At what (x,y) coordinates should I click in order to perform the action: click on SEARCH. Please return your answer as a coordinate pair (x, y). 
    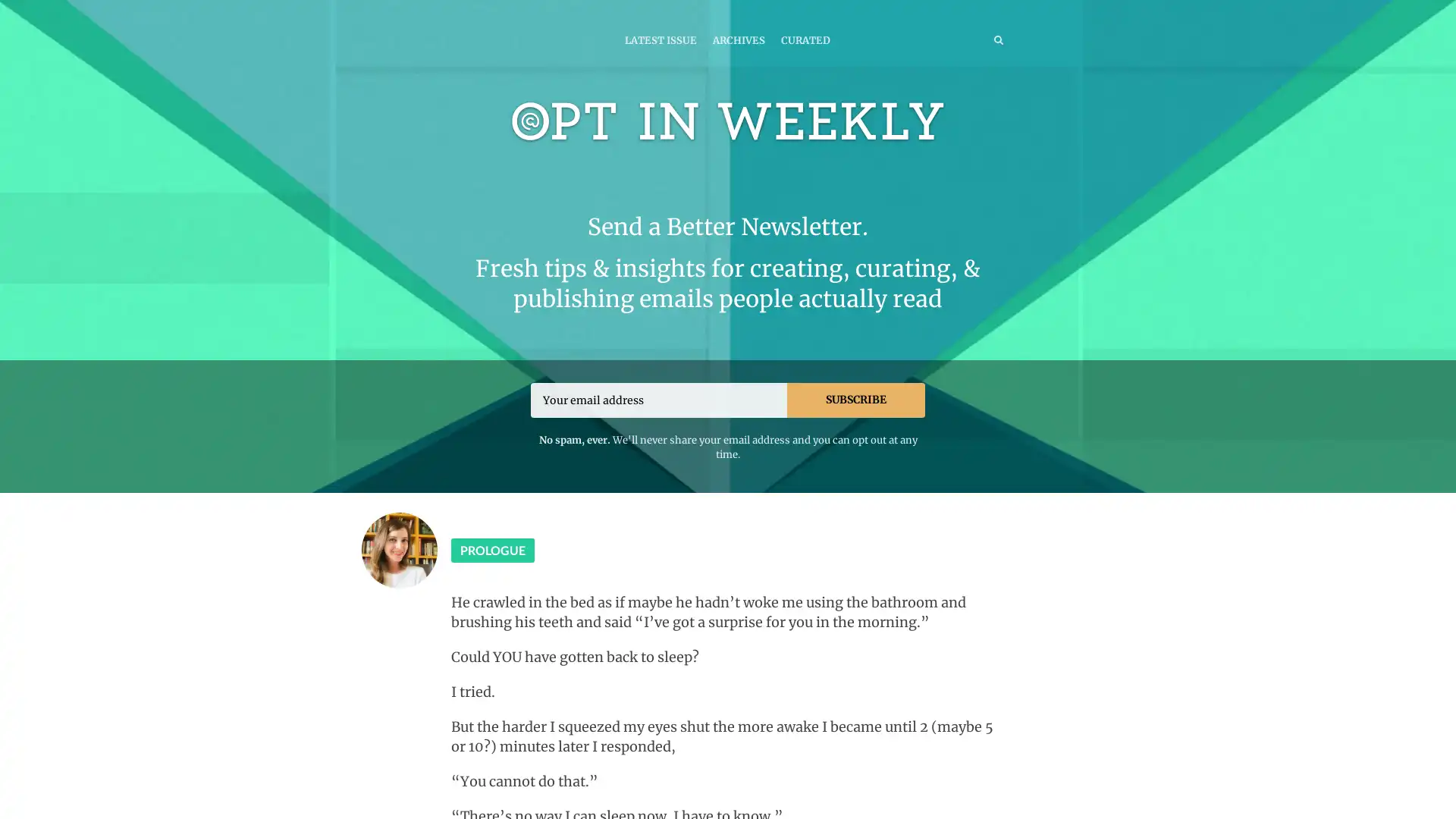
    Looking at the image, I should click on (966, 39).